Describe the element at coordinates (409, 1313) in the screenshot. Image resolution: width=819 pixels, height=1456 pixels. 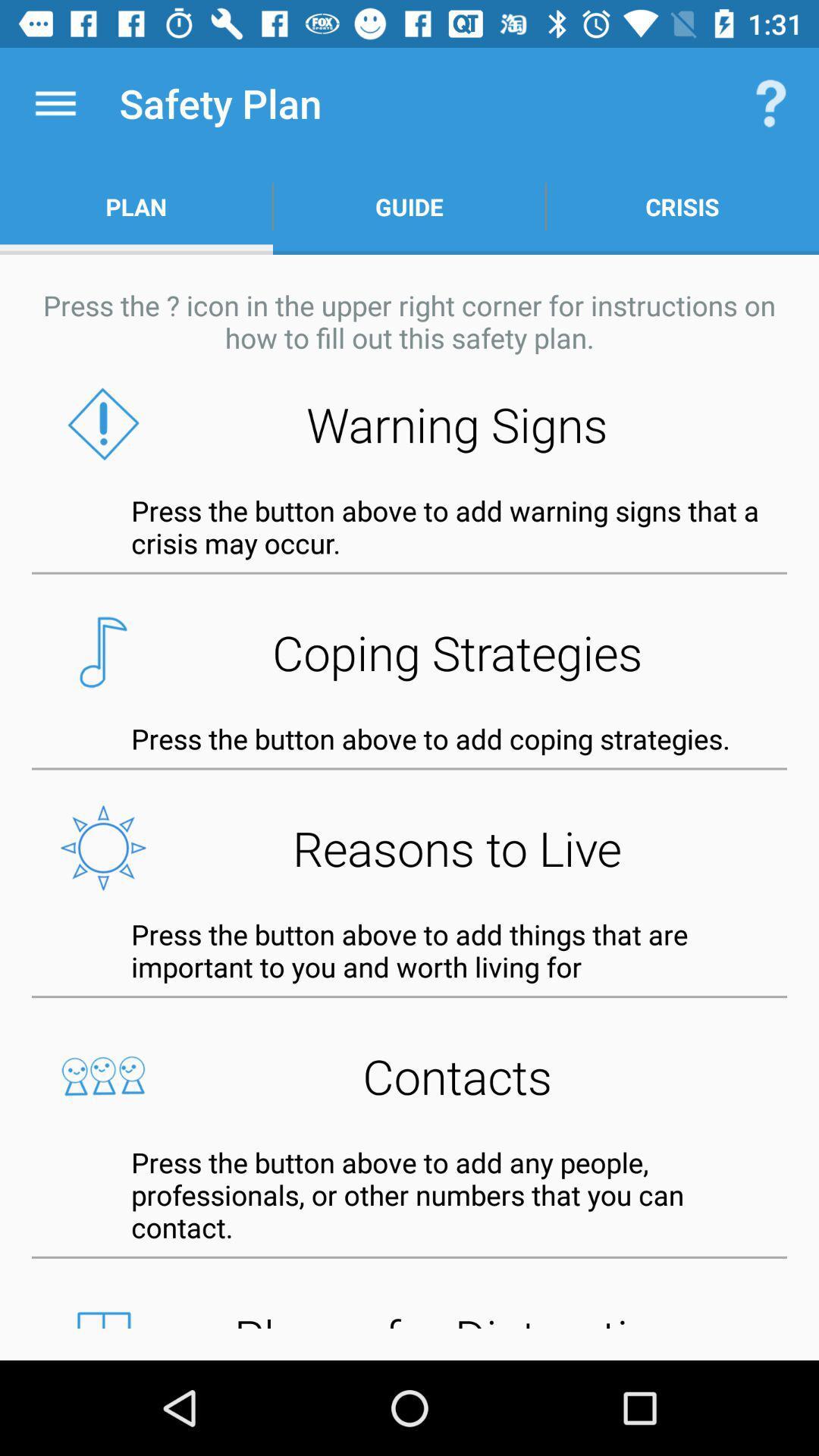
I see `places for distraction item` at that location.